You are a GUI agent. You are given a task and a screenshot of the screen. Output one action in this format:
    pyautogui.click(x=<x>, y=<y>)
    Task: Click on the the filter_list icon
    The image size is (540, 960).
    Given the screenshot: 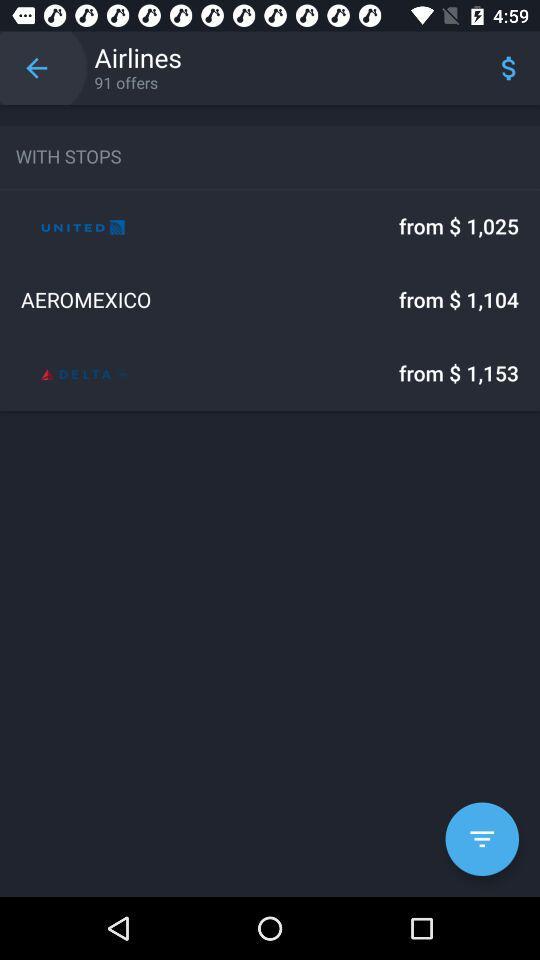 What is the action you would take?
    pyautogui.click(x=481, y=839)
    